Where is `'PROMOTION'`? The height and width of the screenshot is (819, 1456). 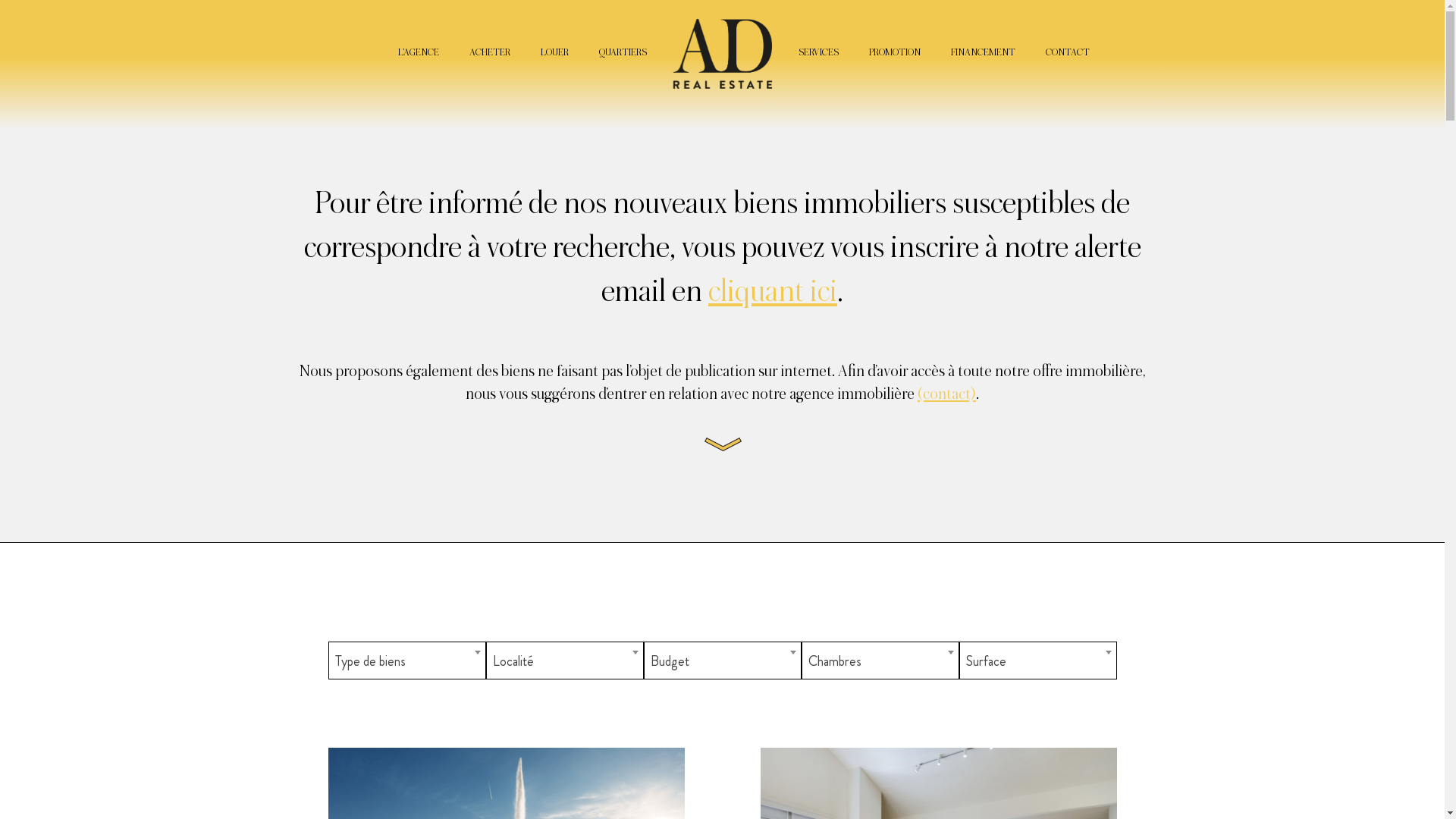
'PROMOTION' is located at coordinates (895, 52).